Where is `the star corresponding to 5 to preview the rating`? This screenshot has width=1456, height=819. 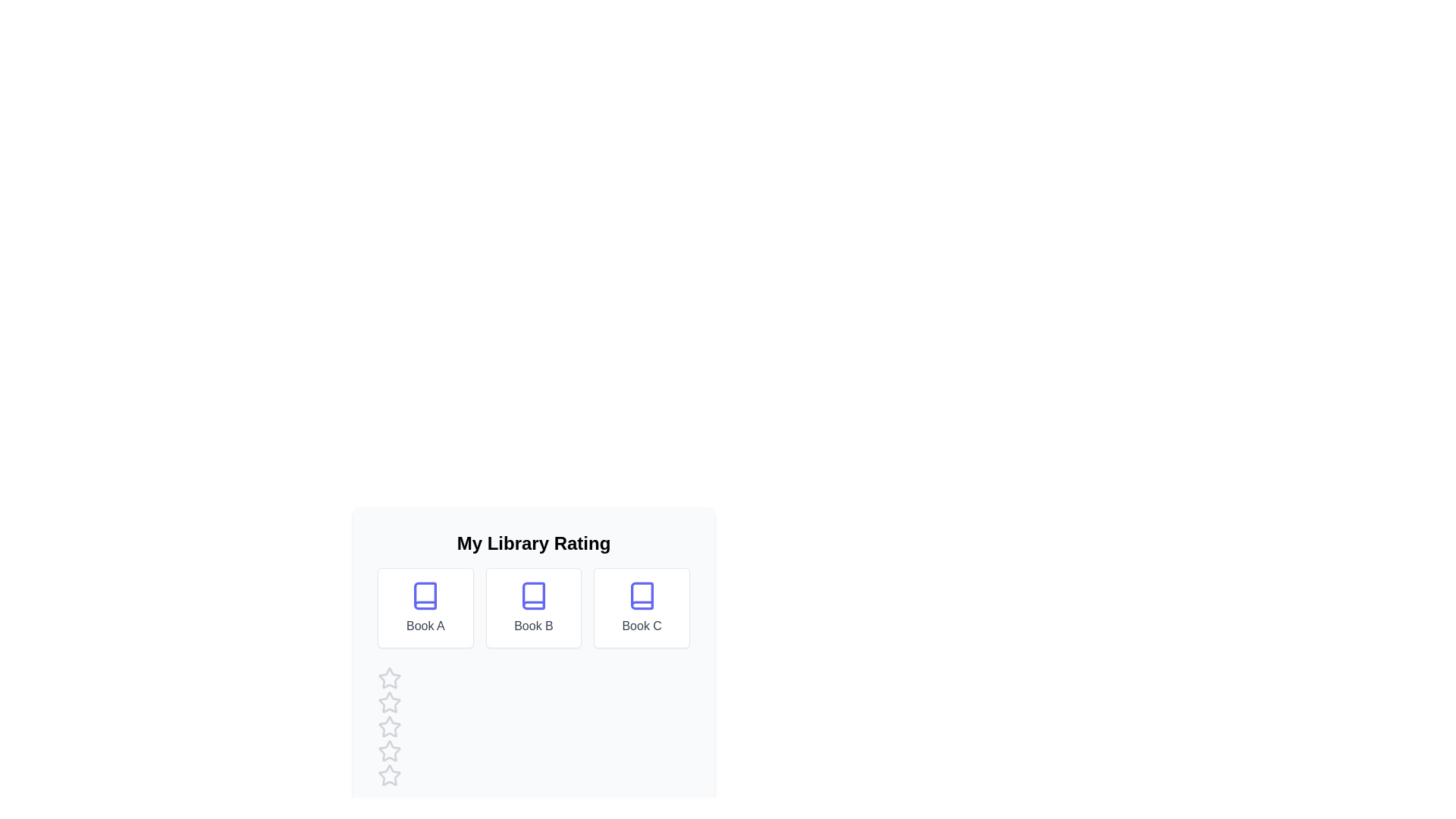
the star corresponding to 5 to preview the rating is located at coordinates (389, 775).